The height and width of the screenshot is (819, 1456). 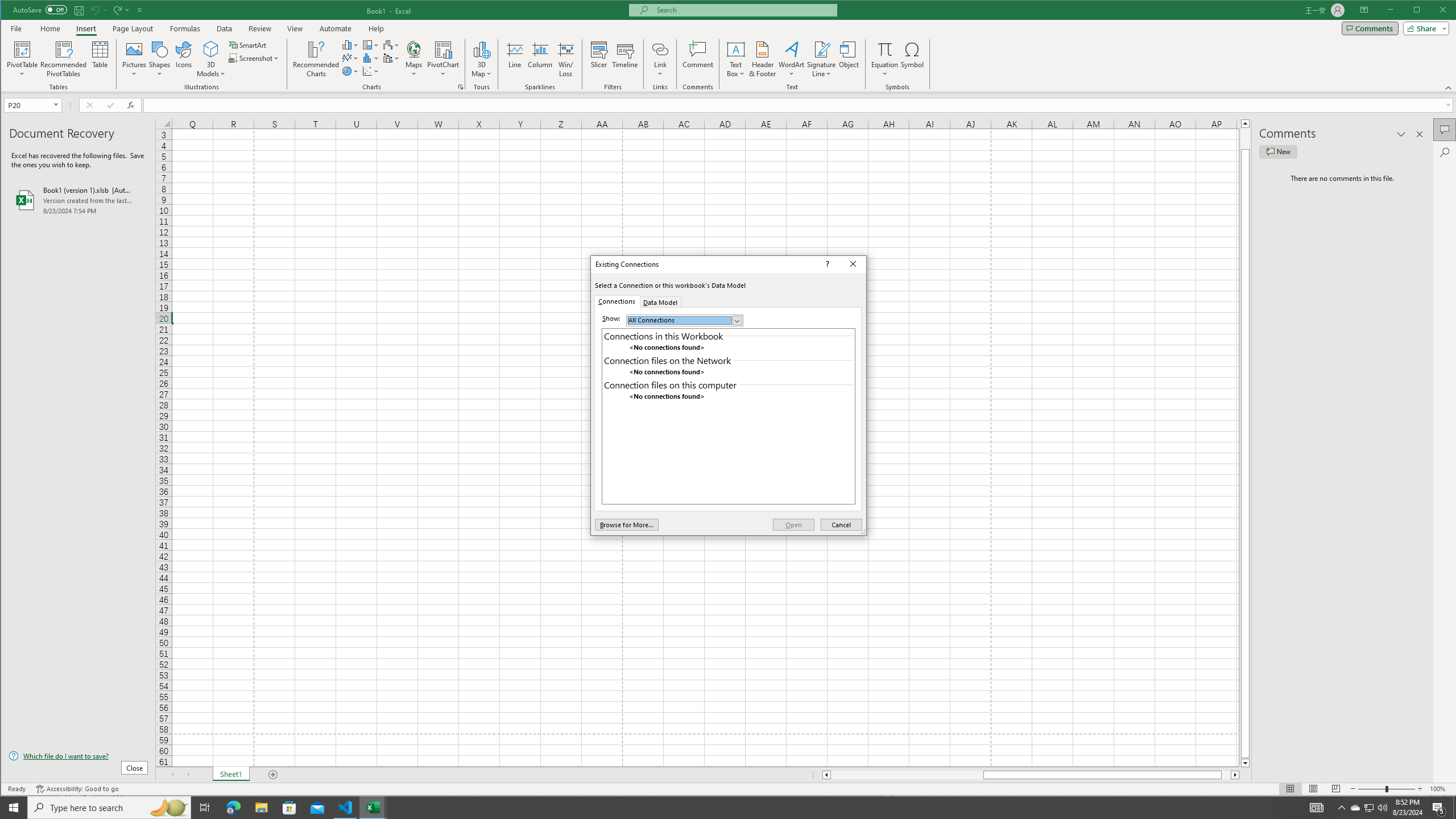 What do you see at coordinates (391, 58) in the screenshot?
I see `'Insert Combo Chart'` at bounding box center [391, 58].